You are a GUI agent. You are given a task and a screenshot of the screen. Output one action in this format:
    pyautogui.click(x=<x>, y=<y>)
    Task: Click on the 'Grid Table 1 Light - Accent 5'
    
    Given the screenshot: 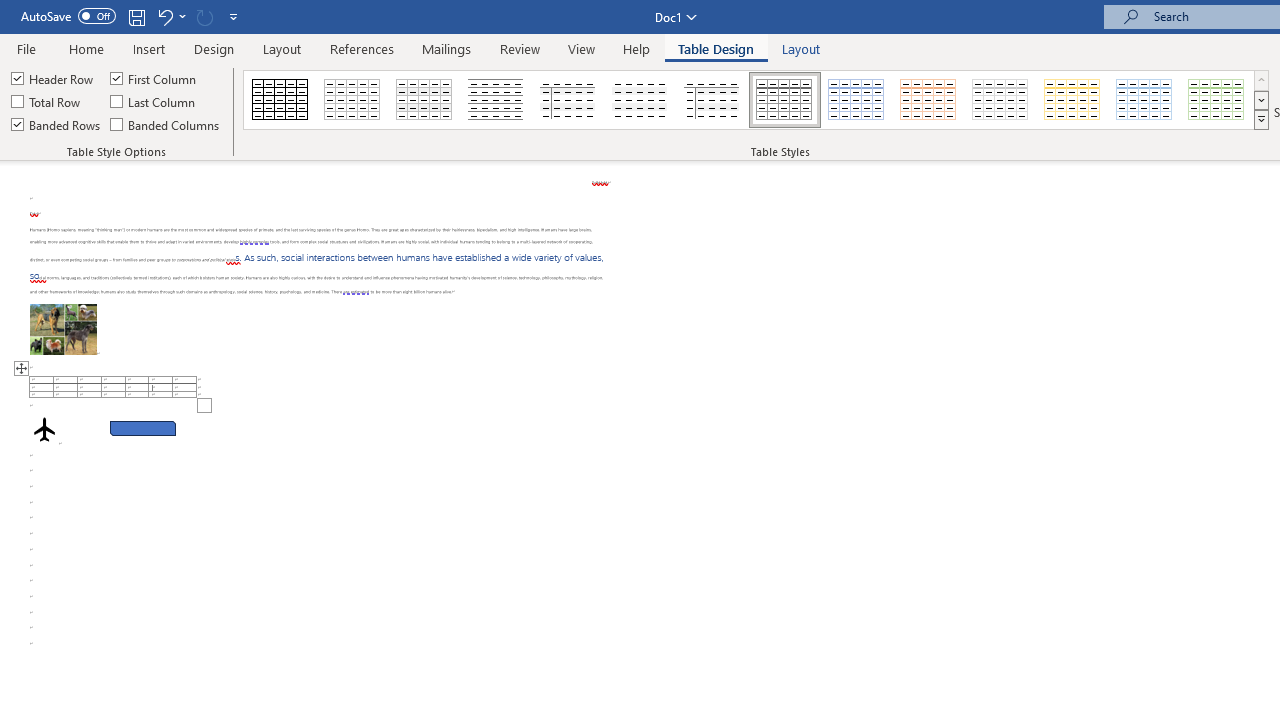 What is the action you would take?
    pyautogui.click(x=1144, y=100)
    